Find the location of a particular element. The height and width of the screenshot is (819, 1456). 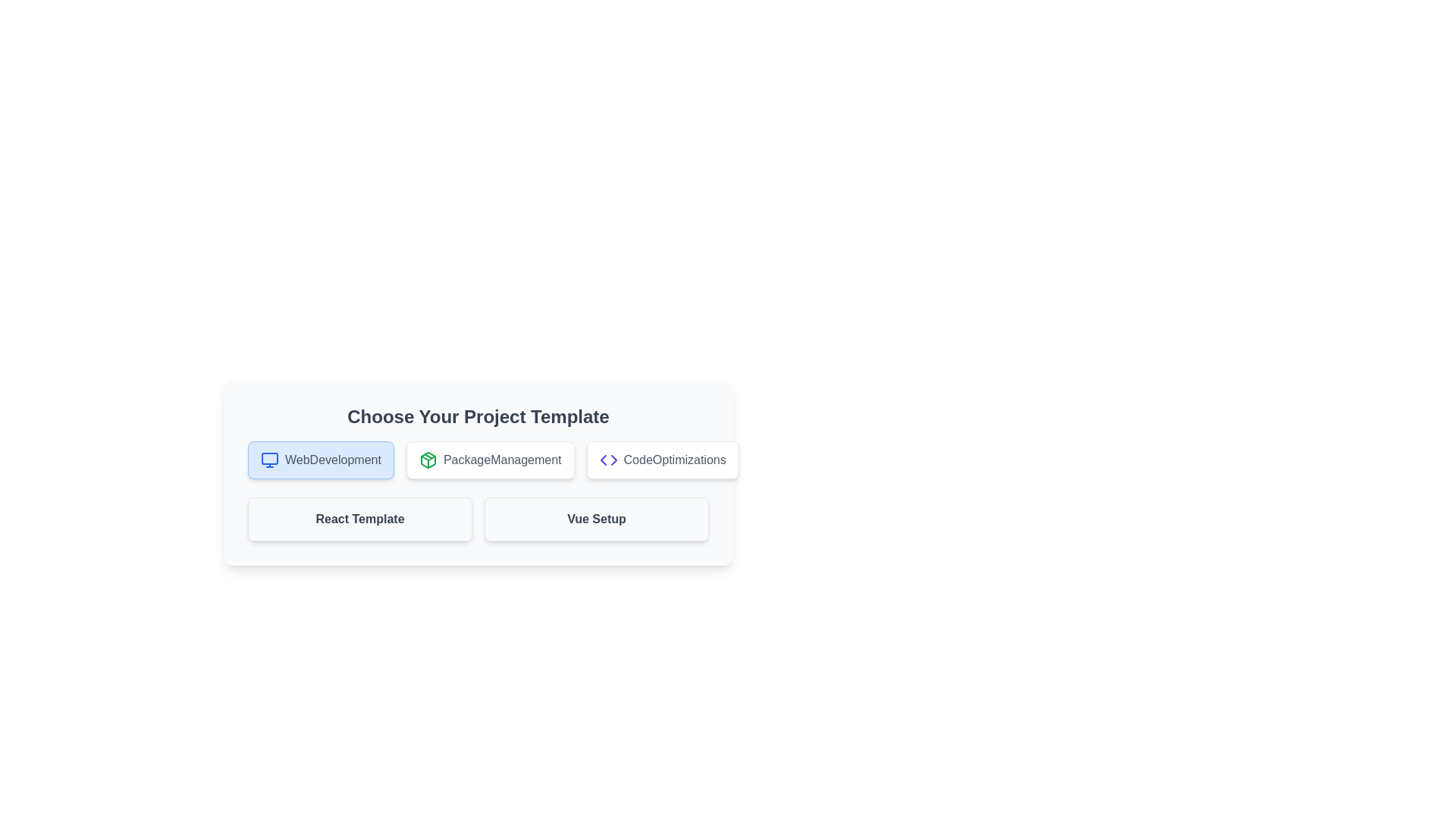

the 'WebDevelopment' button, which is a light blue rectangular button with rounded corners, featuring a computer display icon and gray text is located at coordinates (320, 459).